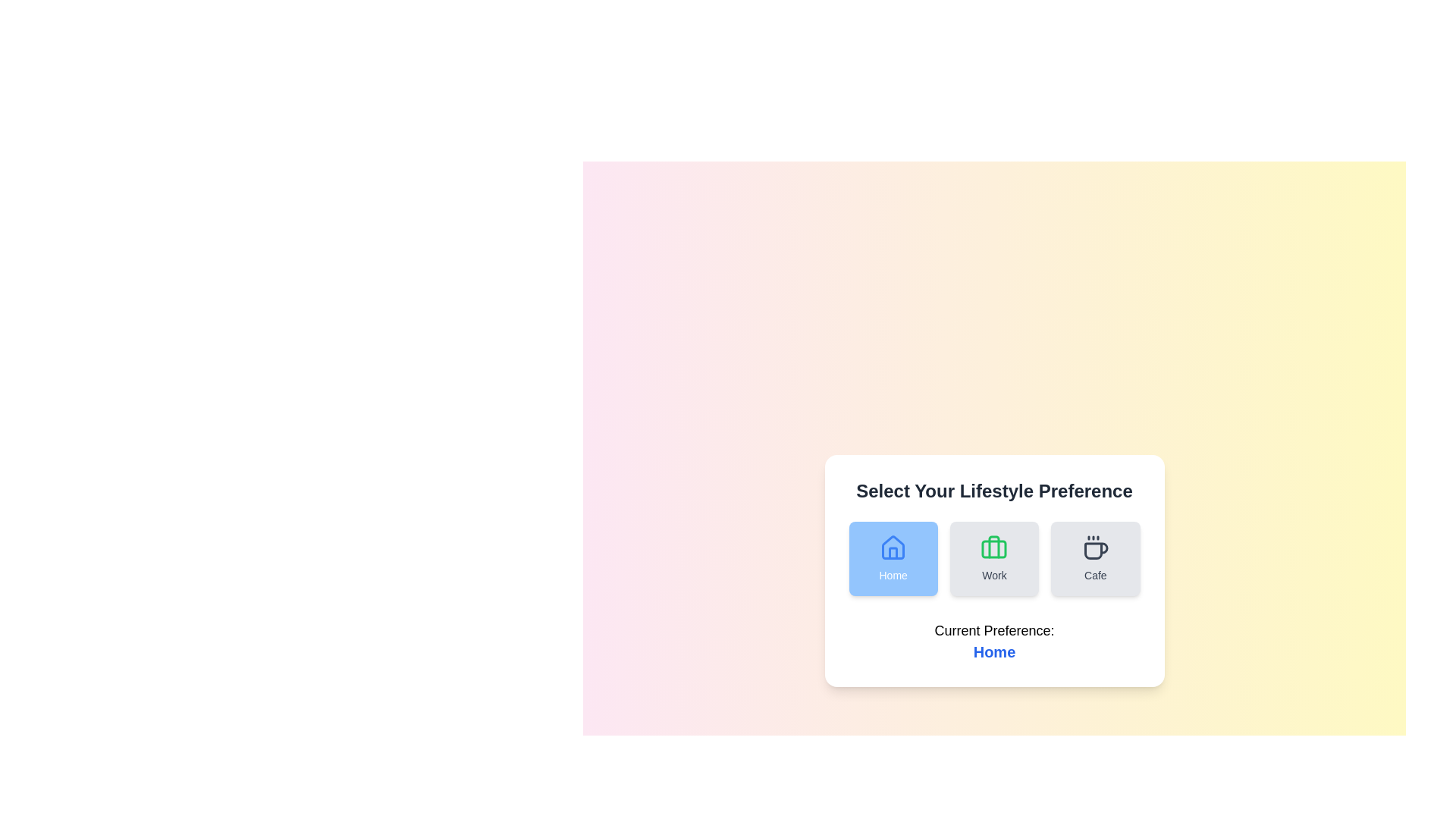 The height and width of the screenshot is (819, 1456). I want to click on the grid layout containing options 'Home', 'Work', and 'Cafe', so click(994, 558).